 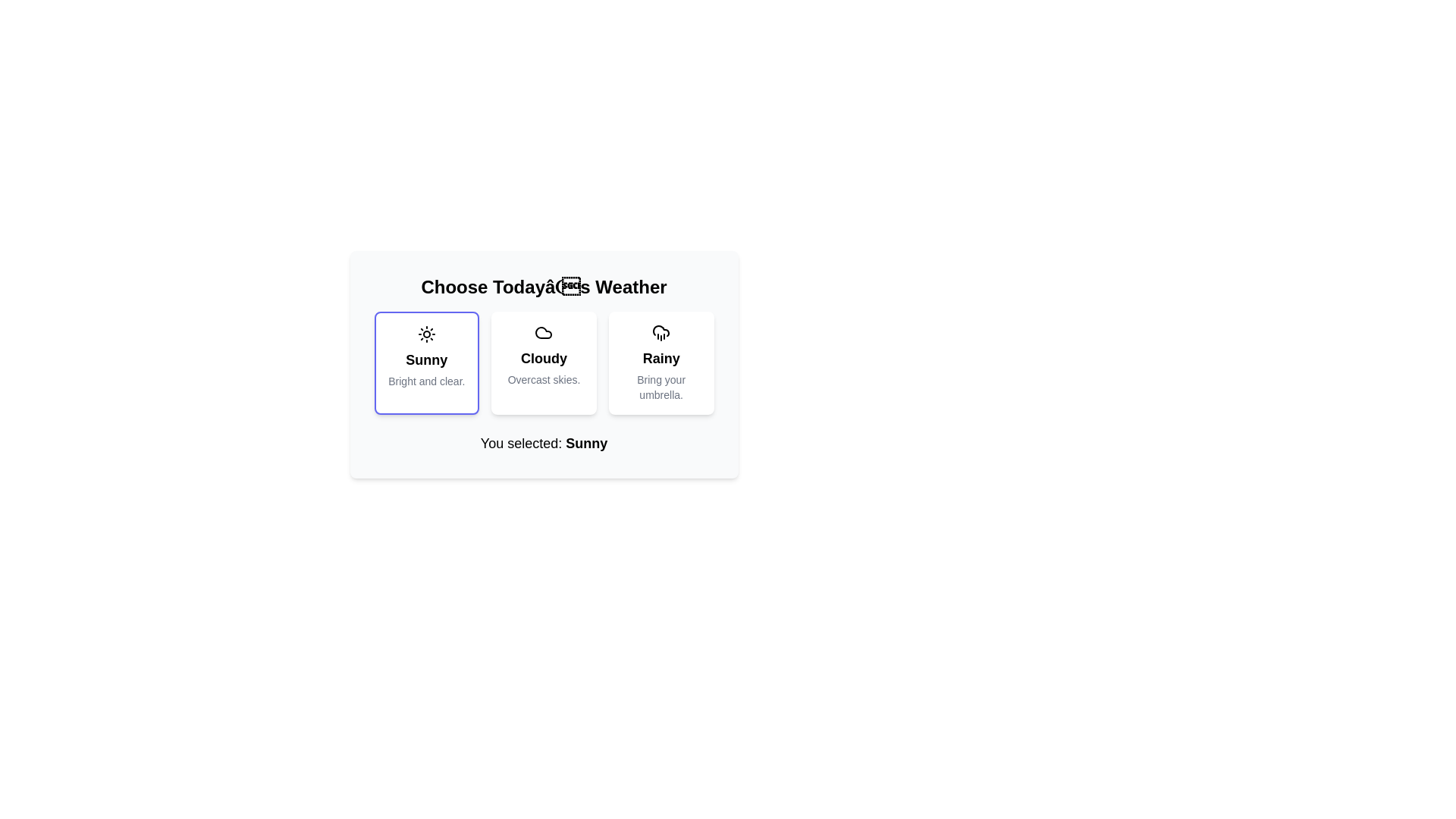 What do you see at coordinates (661, 362) in the screenshot?
I see `the 'Rainy' weather selection button located below the title 'Choose Today's Weather'` at bounding box center [661, 362].